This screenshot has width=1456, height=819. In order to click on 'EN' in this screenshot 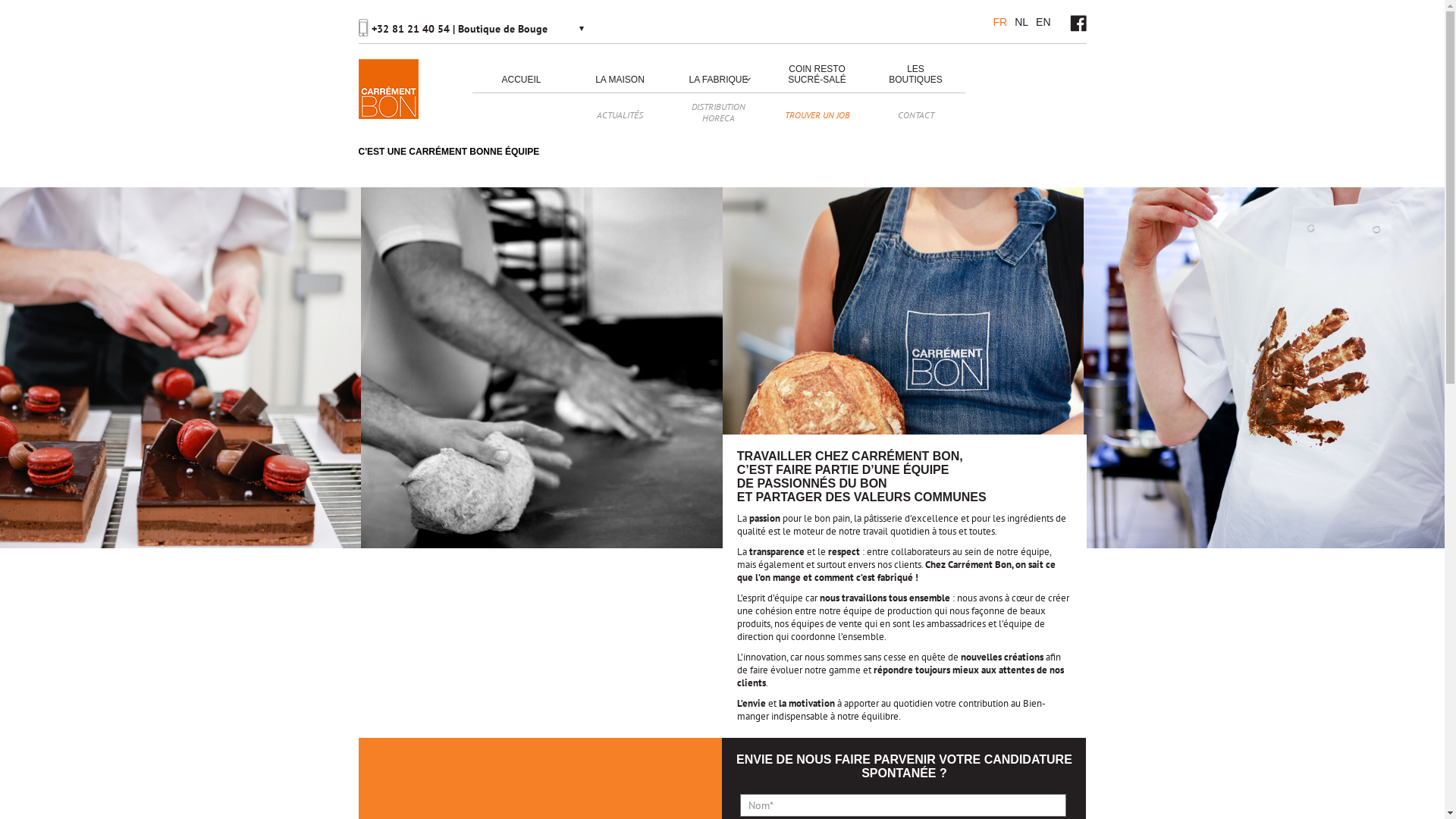, I will do `click(1031, 22)`.